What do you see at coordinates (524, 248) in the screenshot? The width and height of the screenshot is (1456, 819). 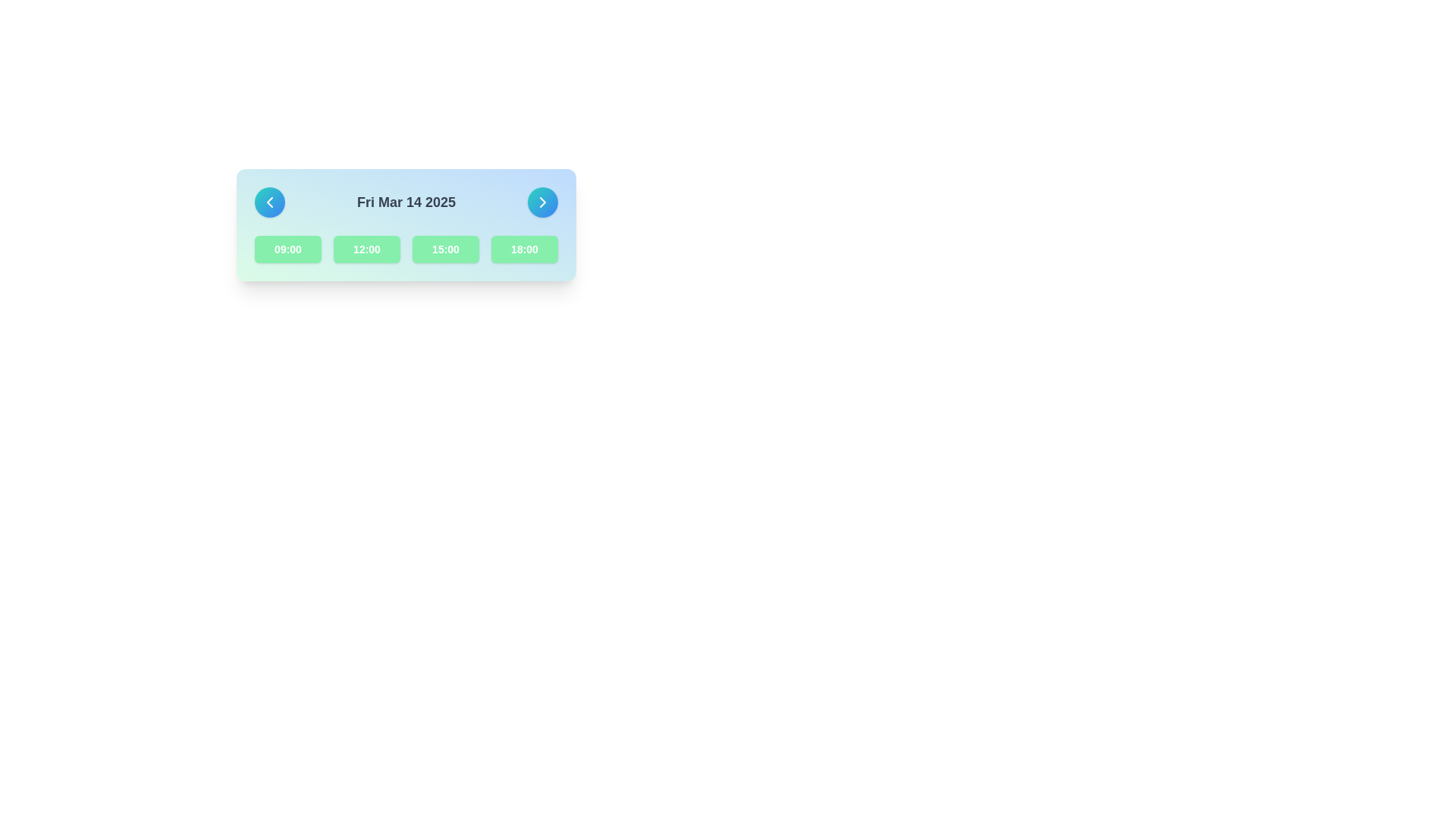 I see `the fourth button in a row of four buttons` at bounding box center [524, 248].